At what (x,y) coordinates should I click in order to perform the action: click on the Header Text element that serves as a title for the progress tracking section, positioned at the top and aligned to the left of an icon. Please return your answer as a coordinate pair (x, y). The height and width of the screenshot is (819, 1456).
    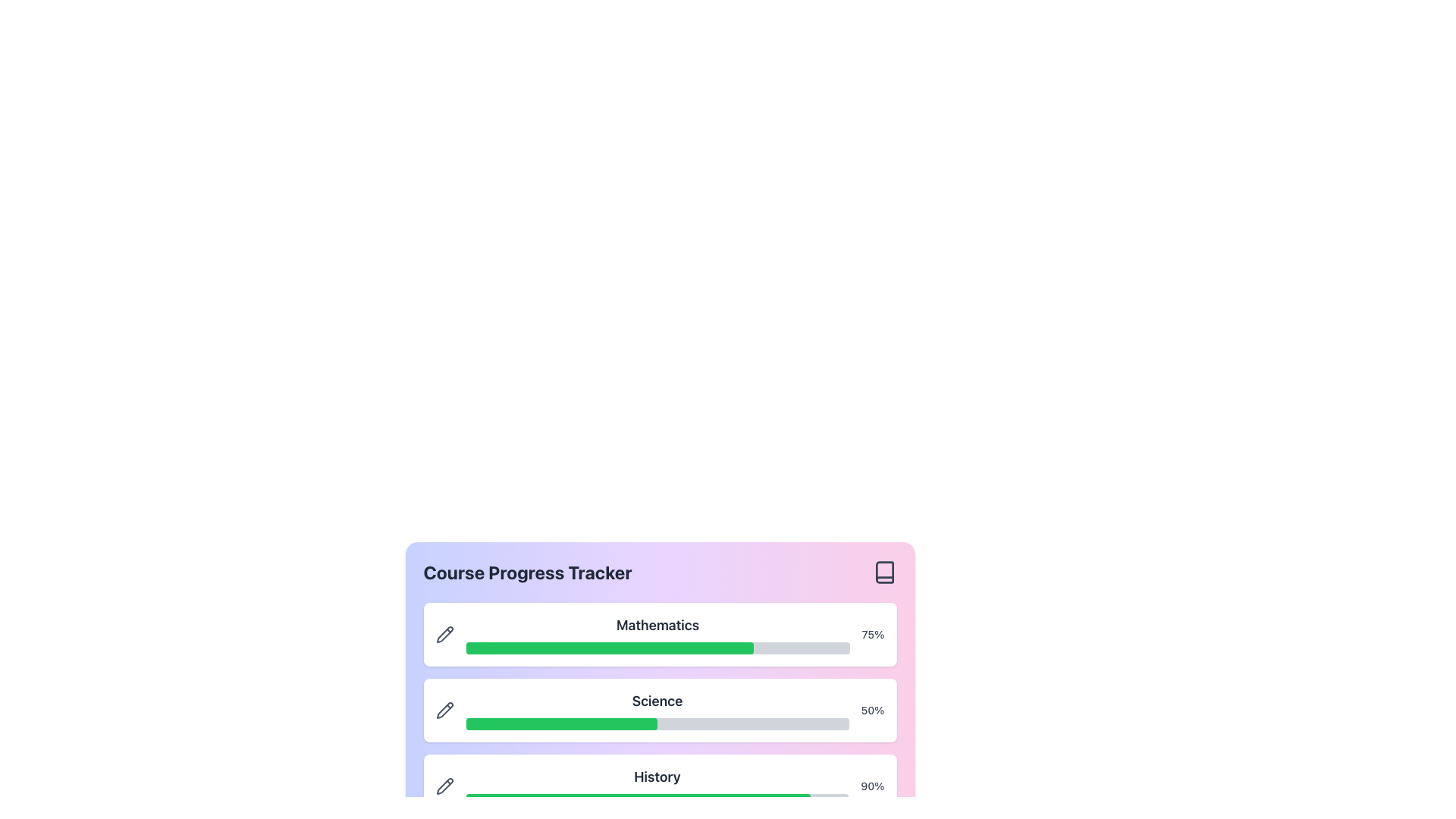
    Looking at the image, I should click on (528, 573).